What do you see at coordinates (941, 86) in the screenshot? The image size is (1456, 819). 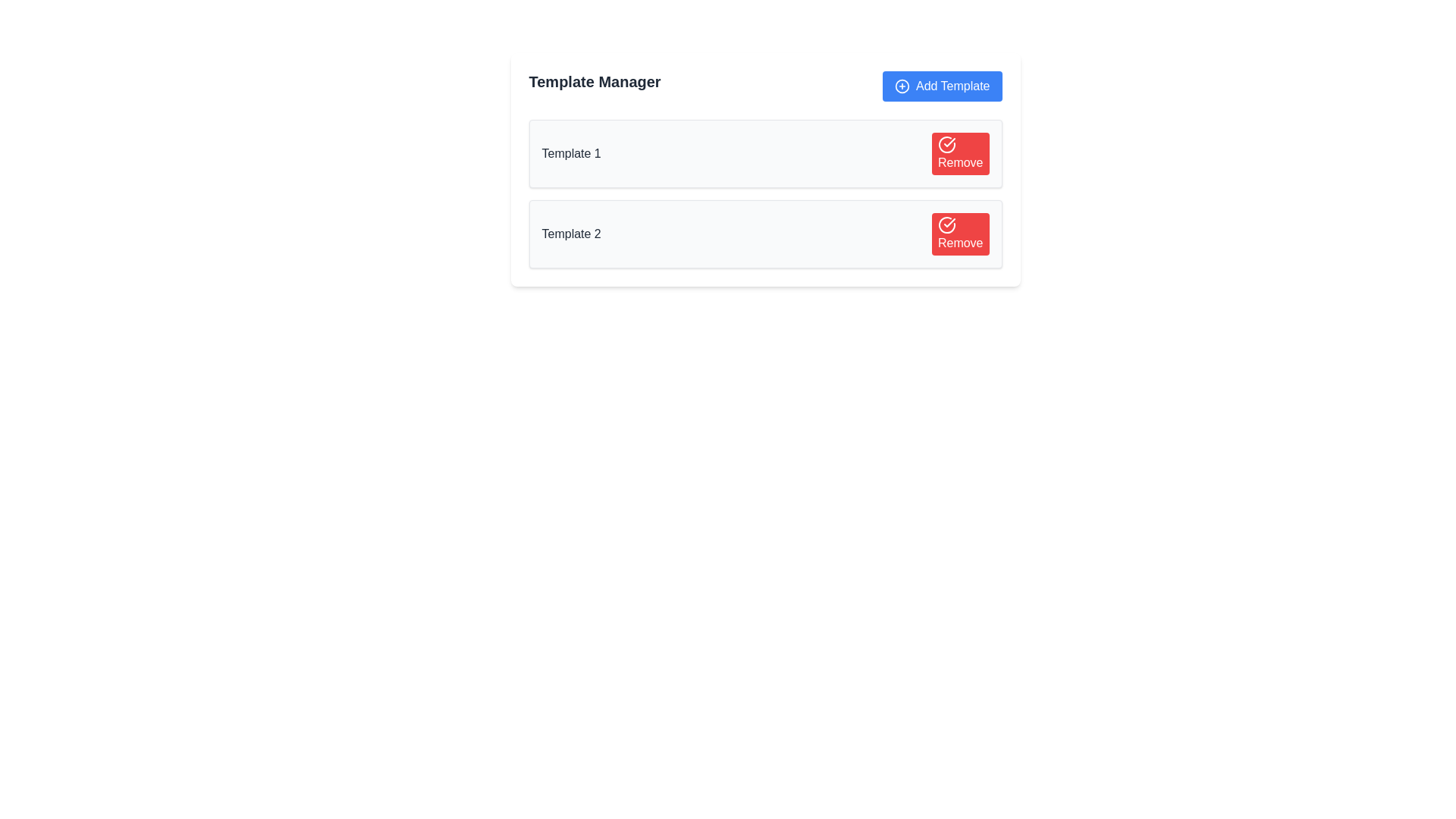 I see `the button that allows users to add a new template, located on the right side of the header section titled 'Template Manager'` at bounding box center [941, 86].